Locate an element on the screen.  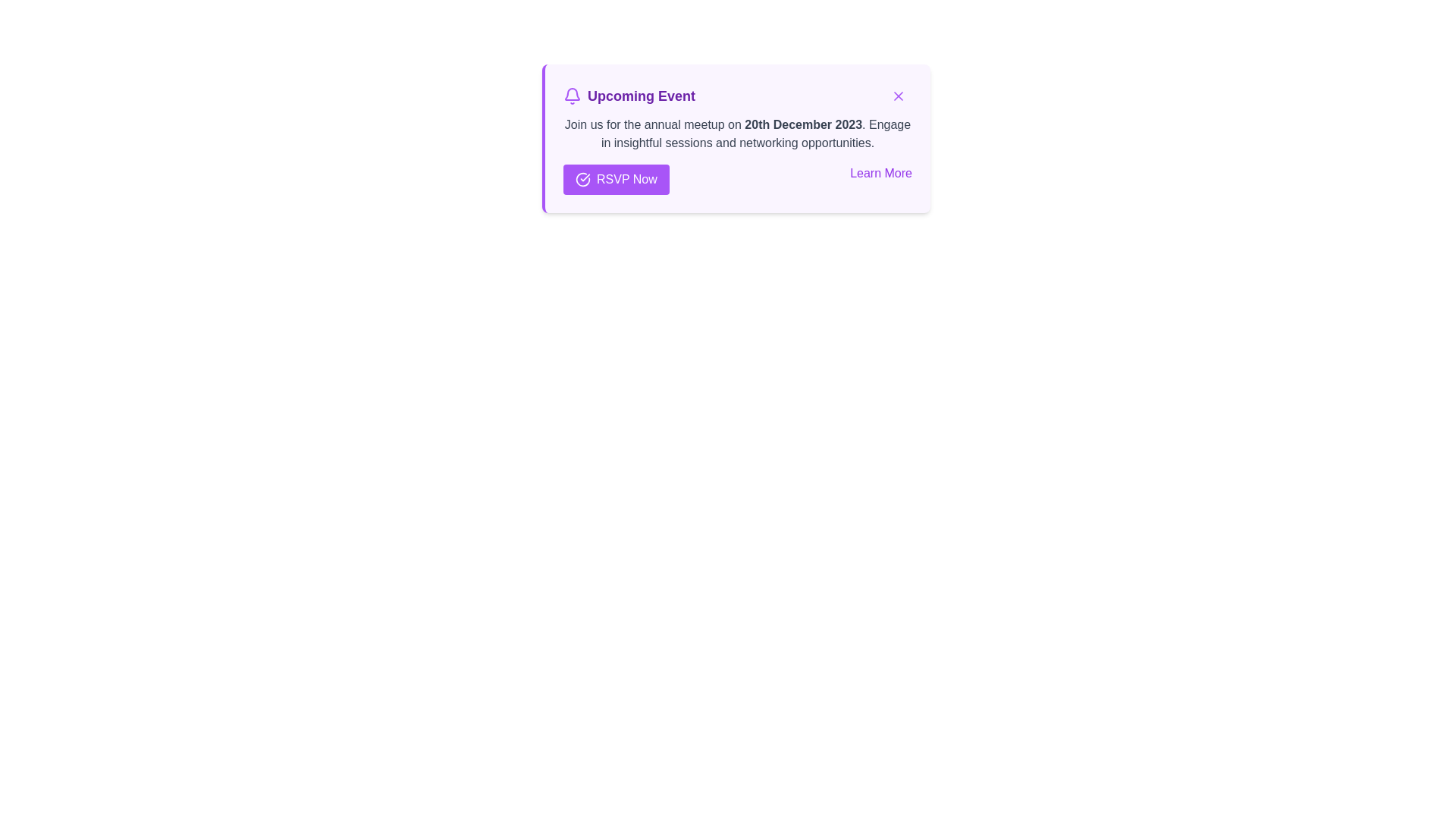
the static text displaying the event date within the notification card titled 'Upcoming Event', located on the second line after 'Join us for the annual meetup on' is located at coordinates (802, 124).